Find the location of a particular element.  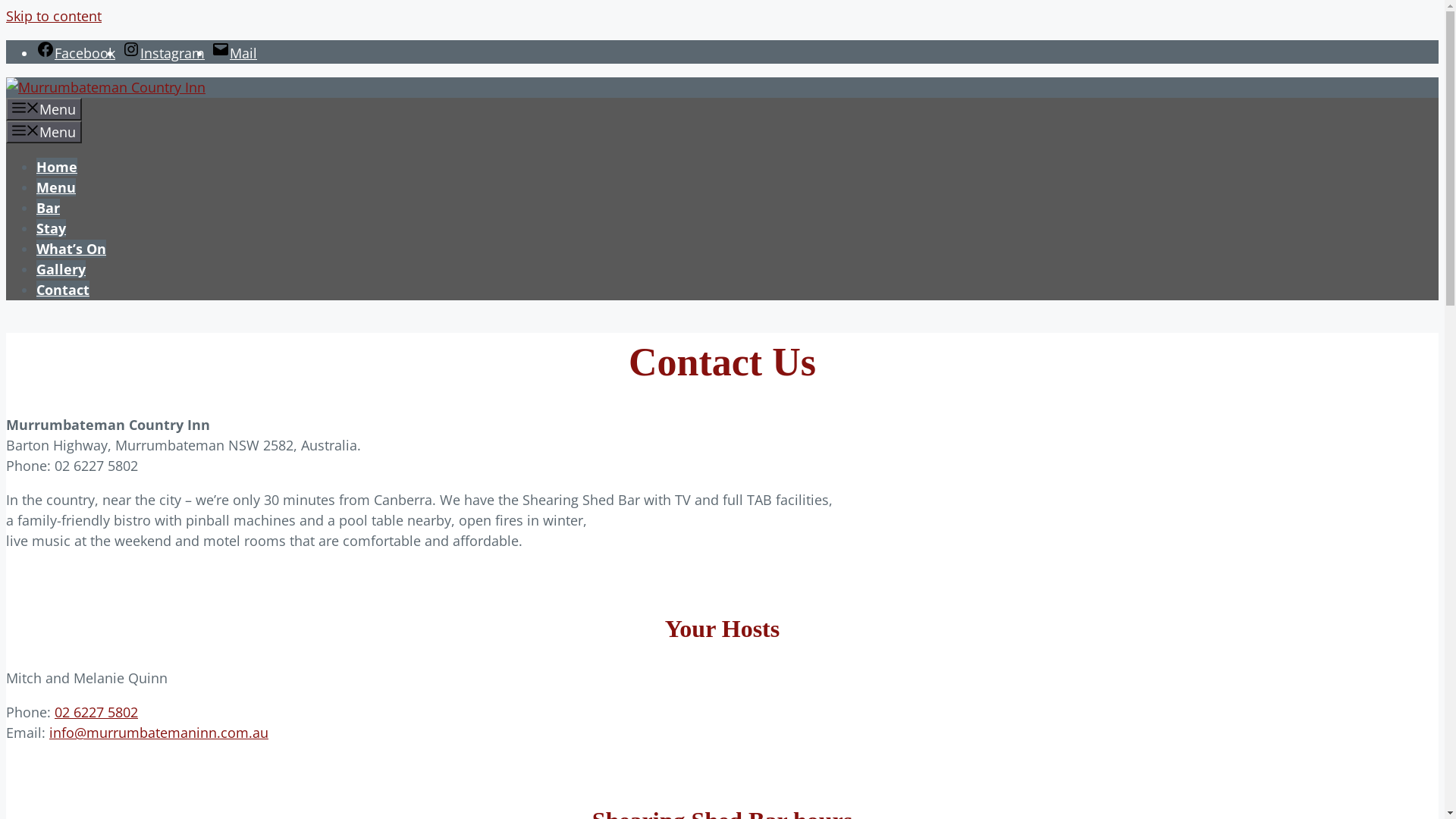

'Home' is located at coordinates (57, 166).